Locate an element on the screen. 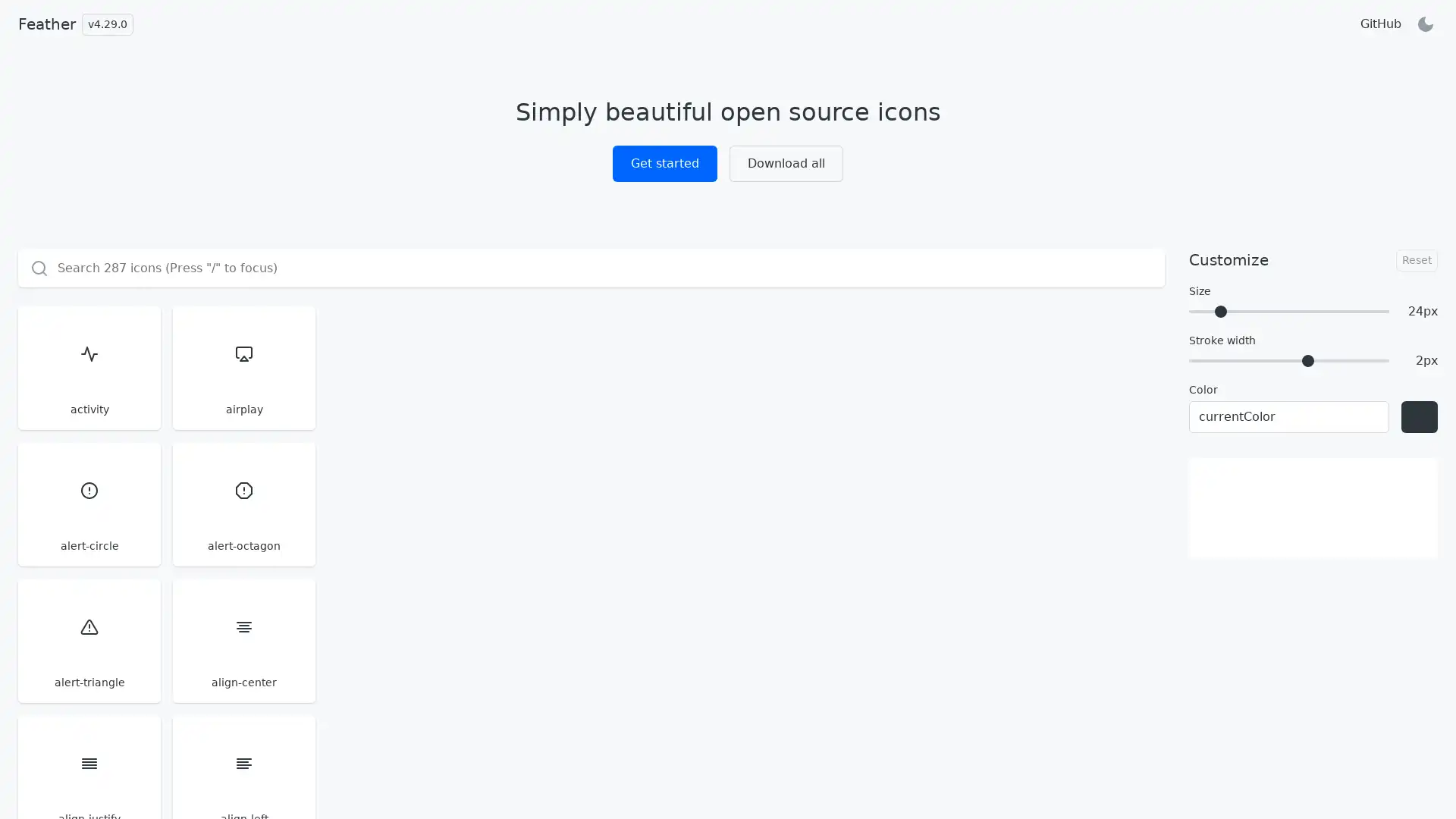 The image size is (1456, 819). Reset is located at coordinates (1416, 259).